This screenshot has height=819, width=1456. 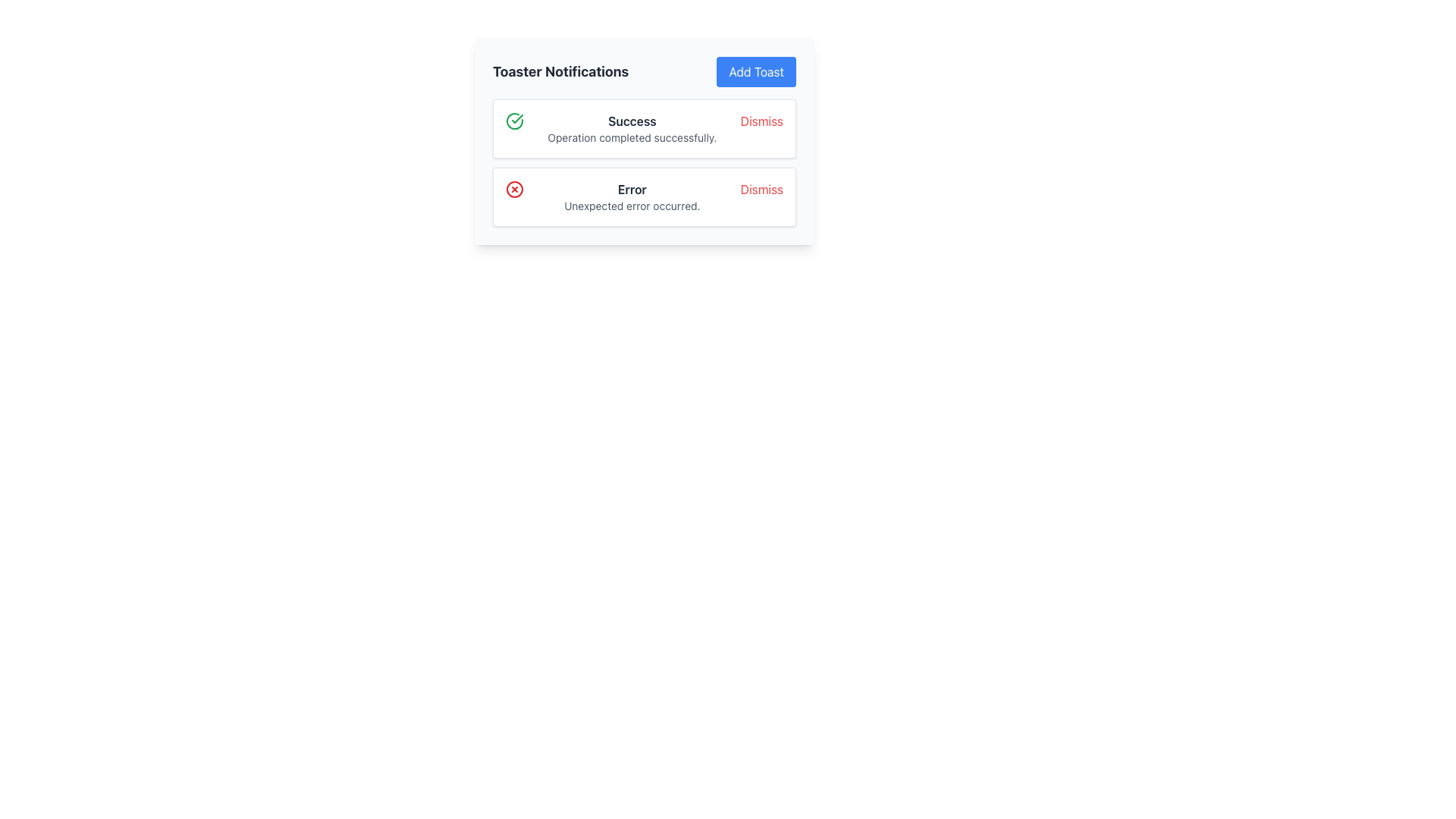 What do you see at coordinates (632, 206) in the screenshot?
I see `the text label displaying 'Unexpected error occurred.' which is located beneath the bolded 'Error' label in the notification card` at bounding box center [632, 206].